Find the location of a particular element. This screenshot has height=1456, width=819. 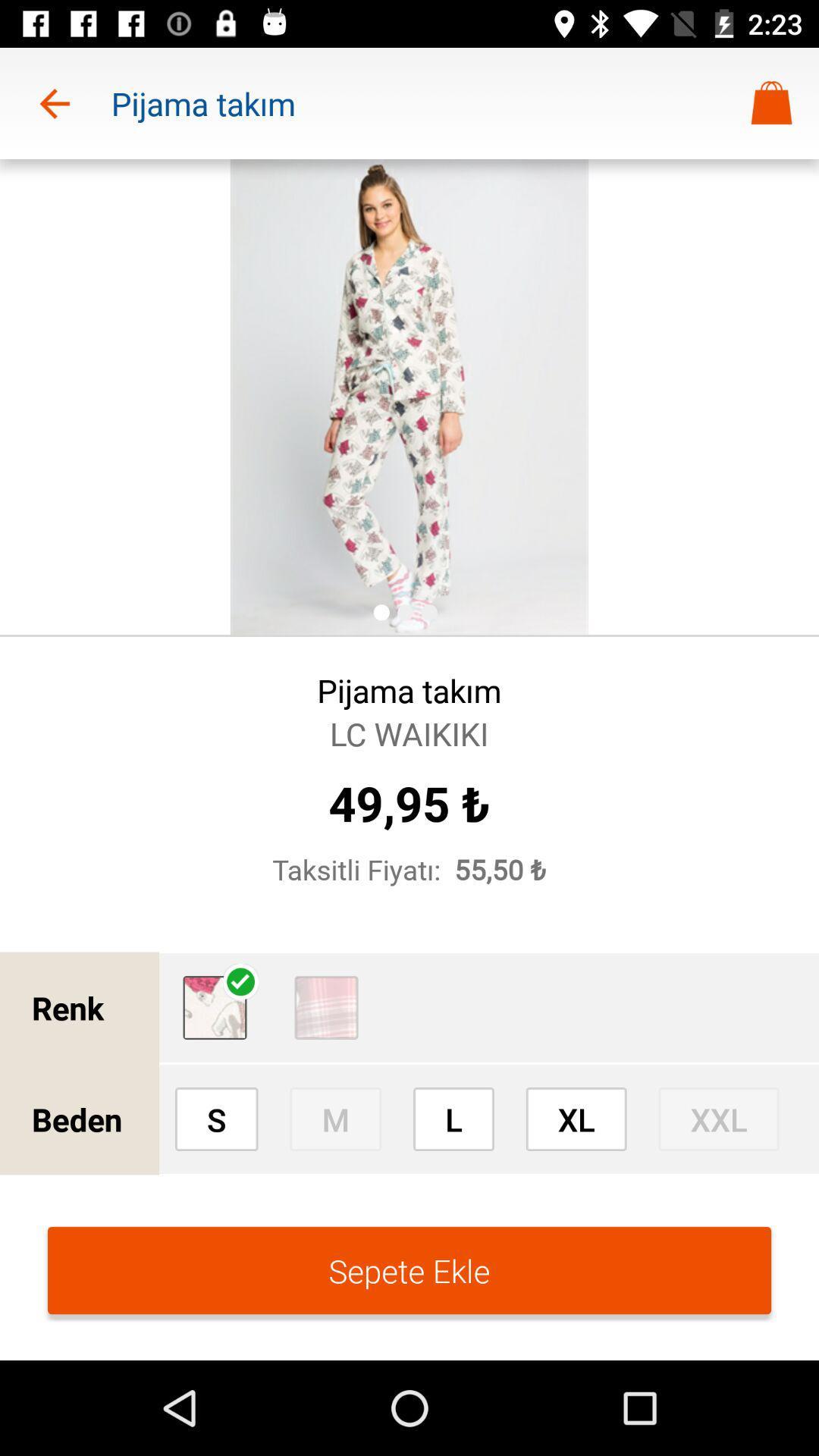

item to the right of m item is located at coordinates (453, 1119).